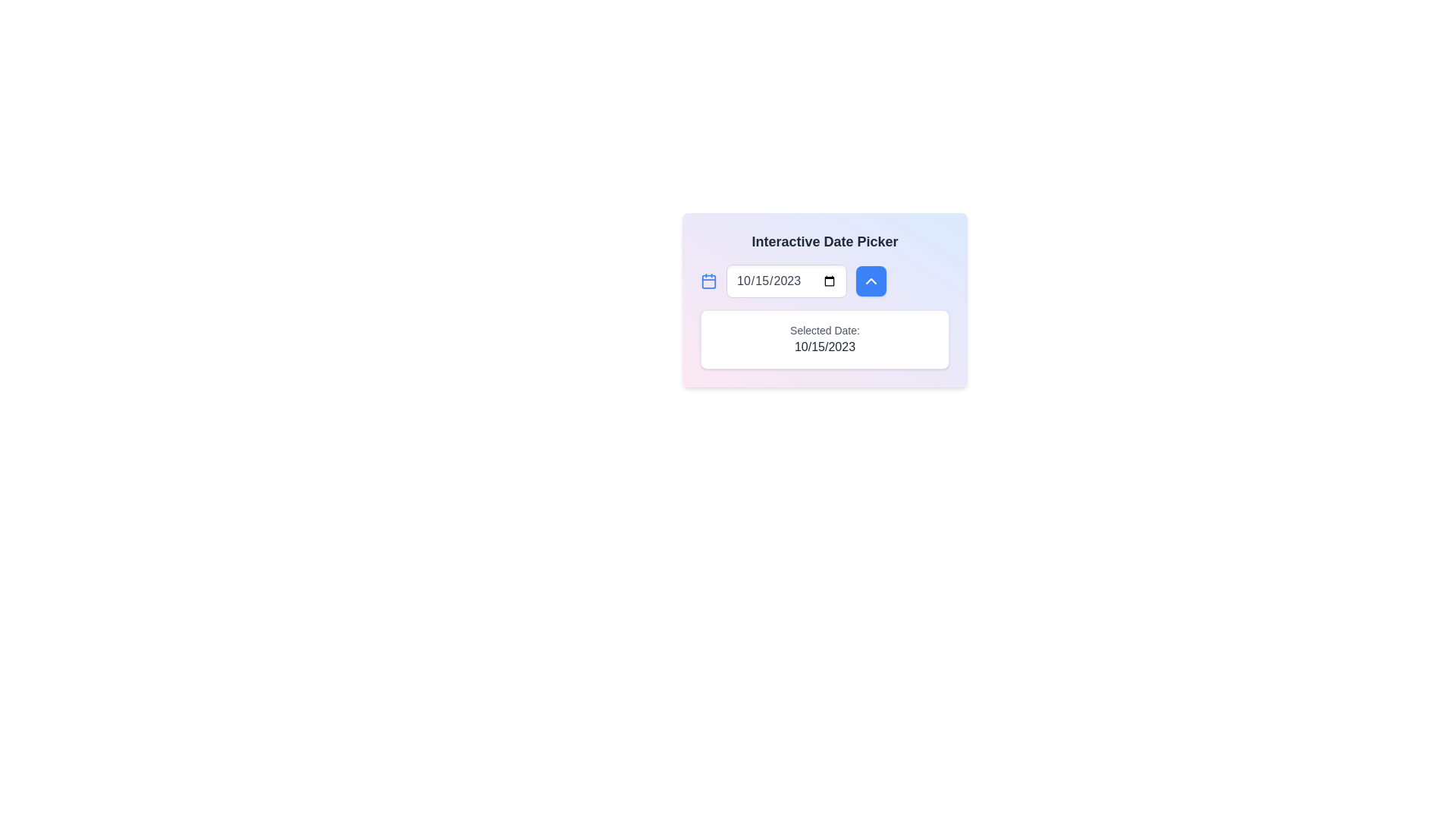 Image resolution: width=1456 pixels, height=819 pixels. I want to click on the chevron-style upward arrow icon within the blue button located to the right of the input box displaying the date '10/15/2023' to interact with the date picker component, so click(871, 281).